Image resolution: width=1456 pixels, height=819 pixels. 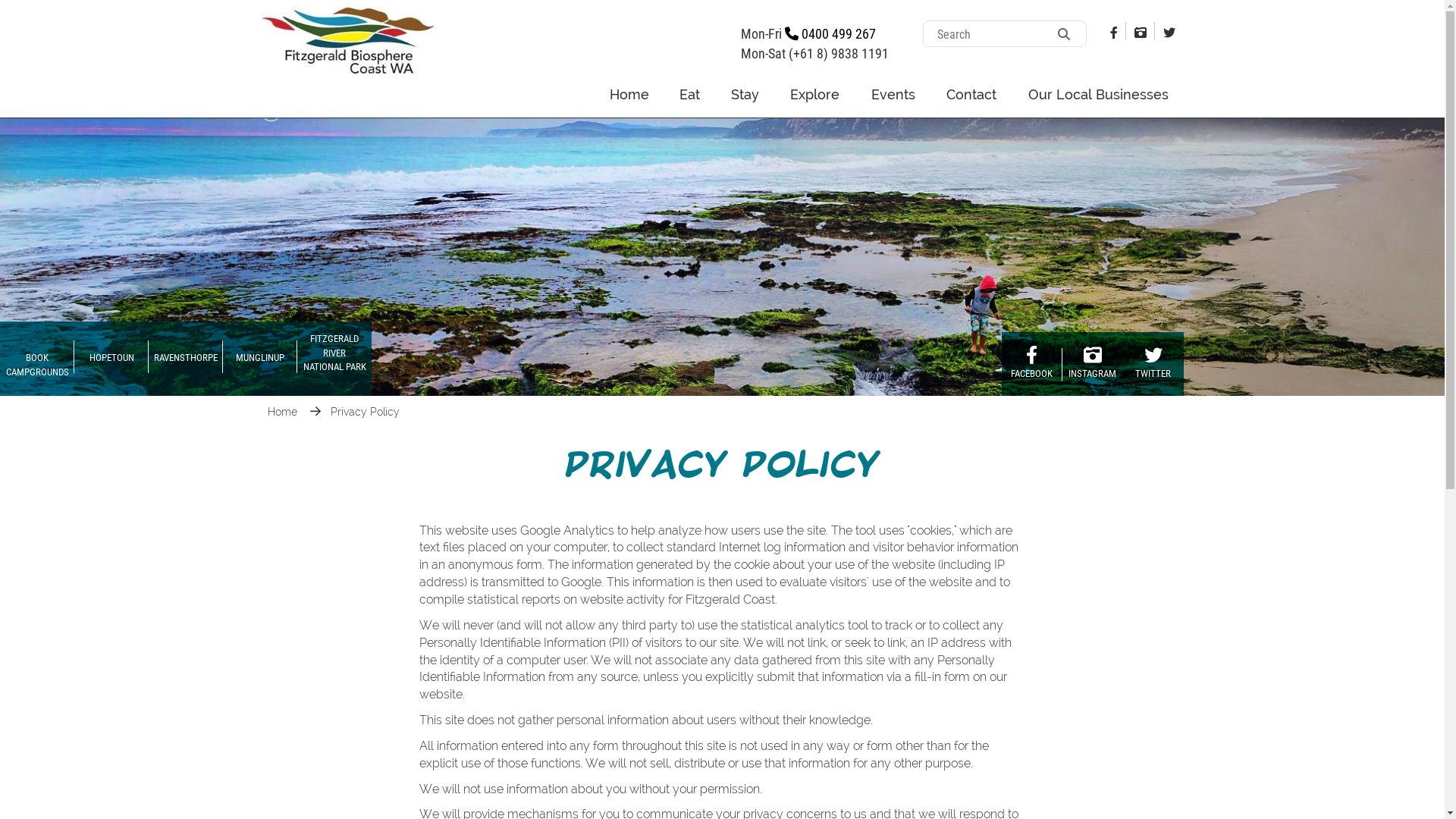 I want to click on 'FACEBOOK', so click(x=1001, y=363).